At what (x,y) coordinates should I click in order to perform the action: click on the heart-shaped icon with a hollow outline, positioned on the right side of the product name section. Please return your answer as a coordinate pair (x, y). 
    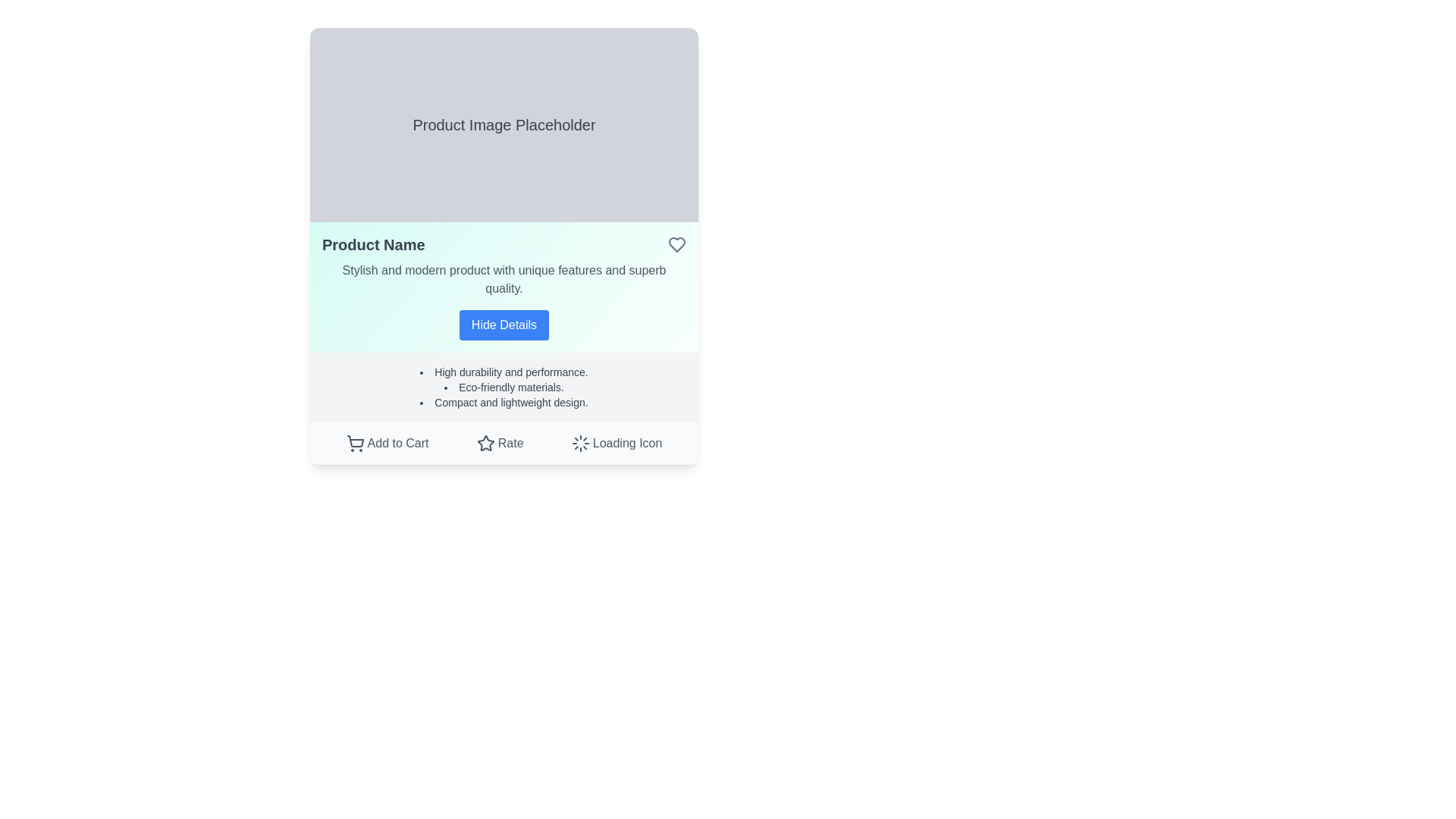
    Looking at the image, I should click on (676, 244).